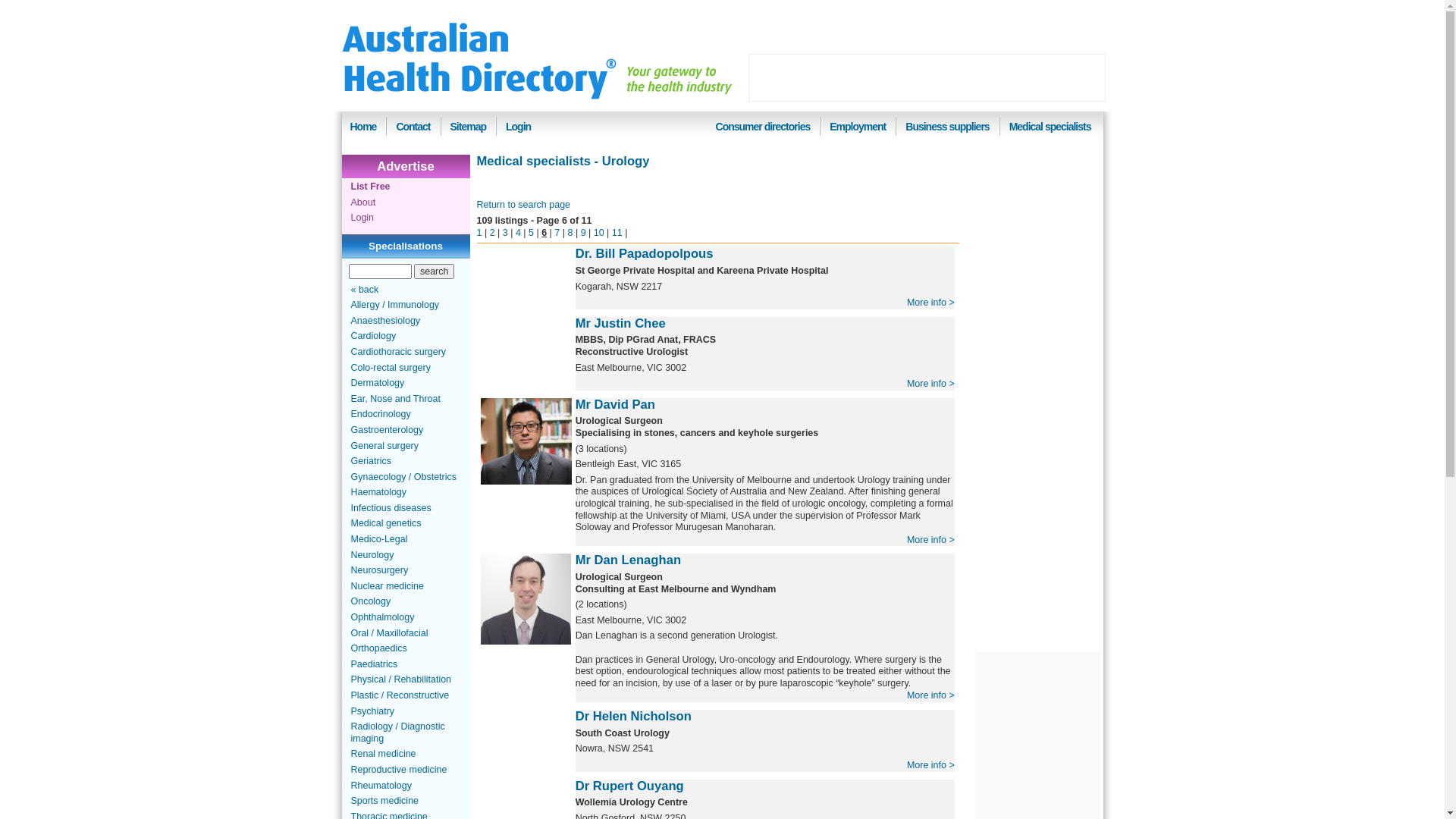 This screenshot has width=1456, height=819. What do you see at coordinates (370, 460) in the screenshot?
I see `'Geriatrics'` at bounding box center [370, 460].